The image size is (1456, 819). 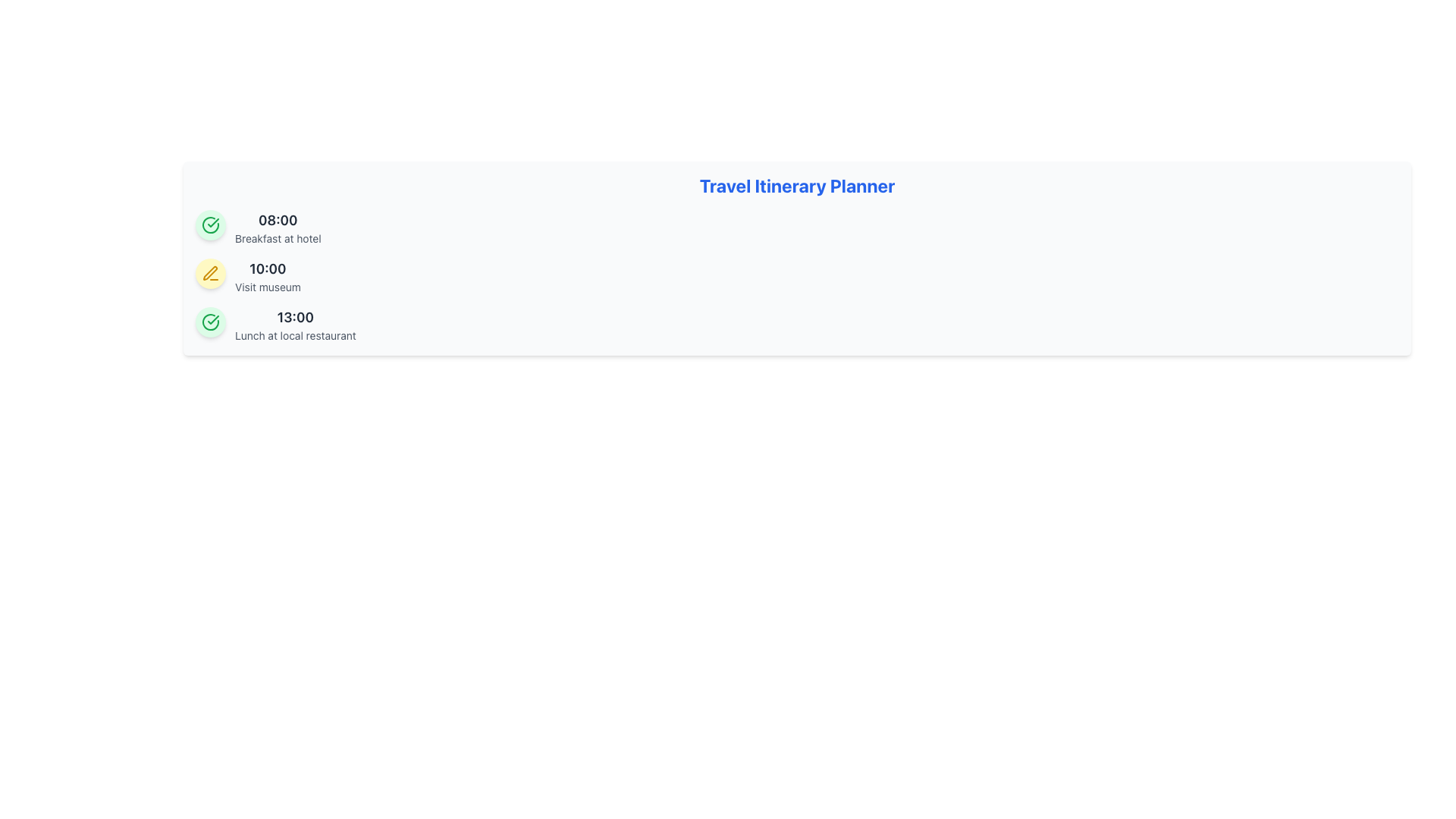 What do you see at coordinates (210, 225) in the screenshot?
I see `the completion icon located in the third row of the list, positioned to the left of the text '13:00' and 'Lunch at local restaurant'` at bounding box center [210, 225].